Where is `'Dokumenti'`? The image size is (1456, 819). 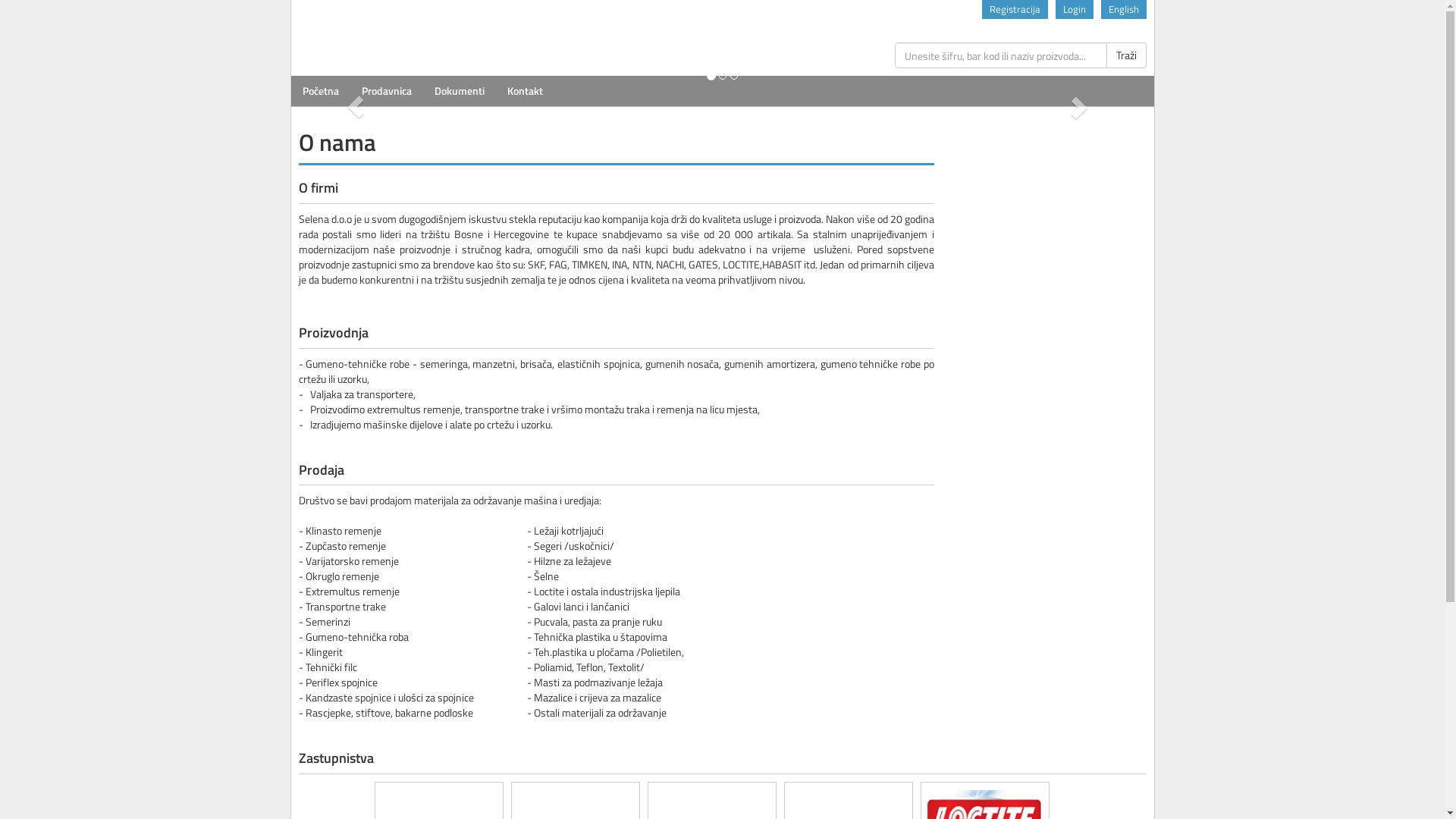
'Dokumenti' is located at coordinates (458, 90).